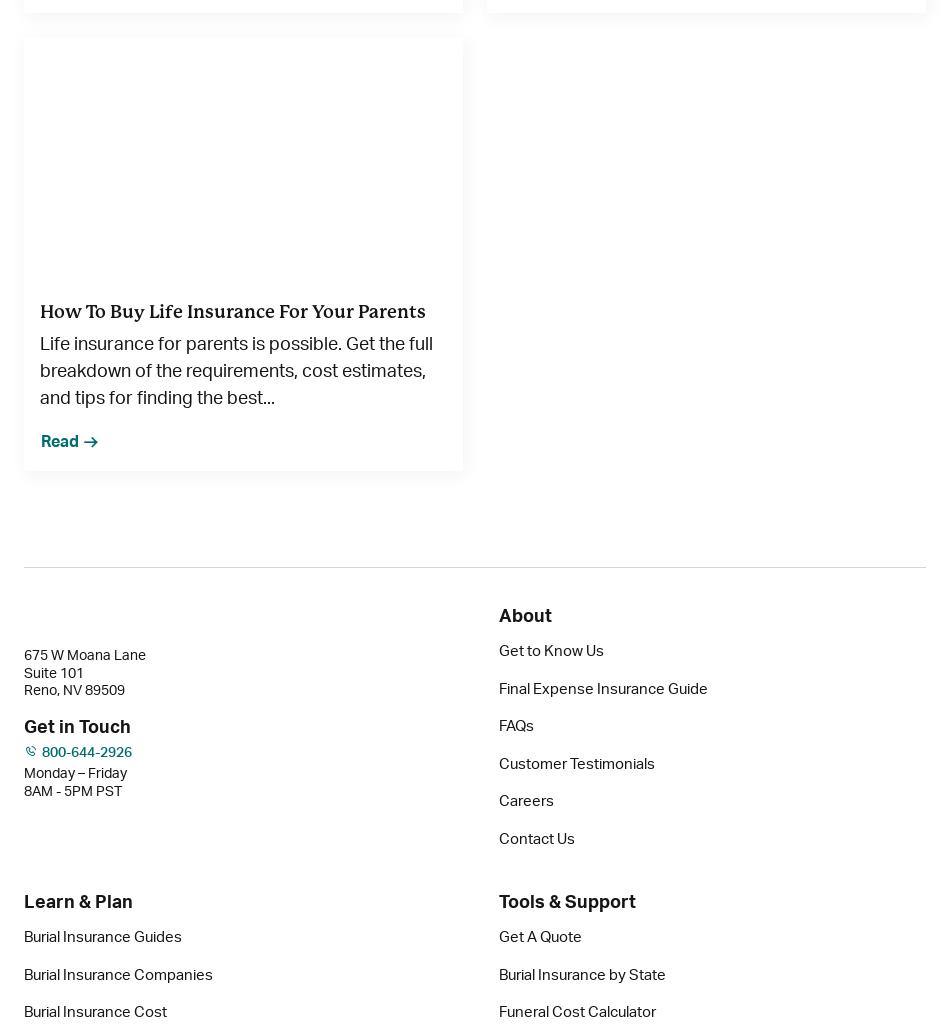 The height and width of the screenshot is (1034, 950). I want to click on 'Burial Insurance by State', so click(499, 973).